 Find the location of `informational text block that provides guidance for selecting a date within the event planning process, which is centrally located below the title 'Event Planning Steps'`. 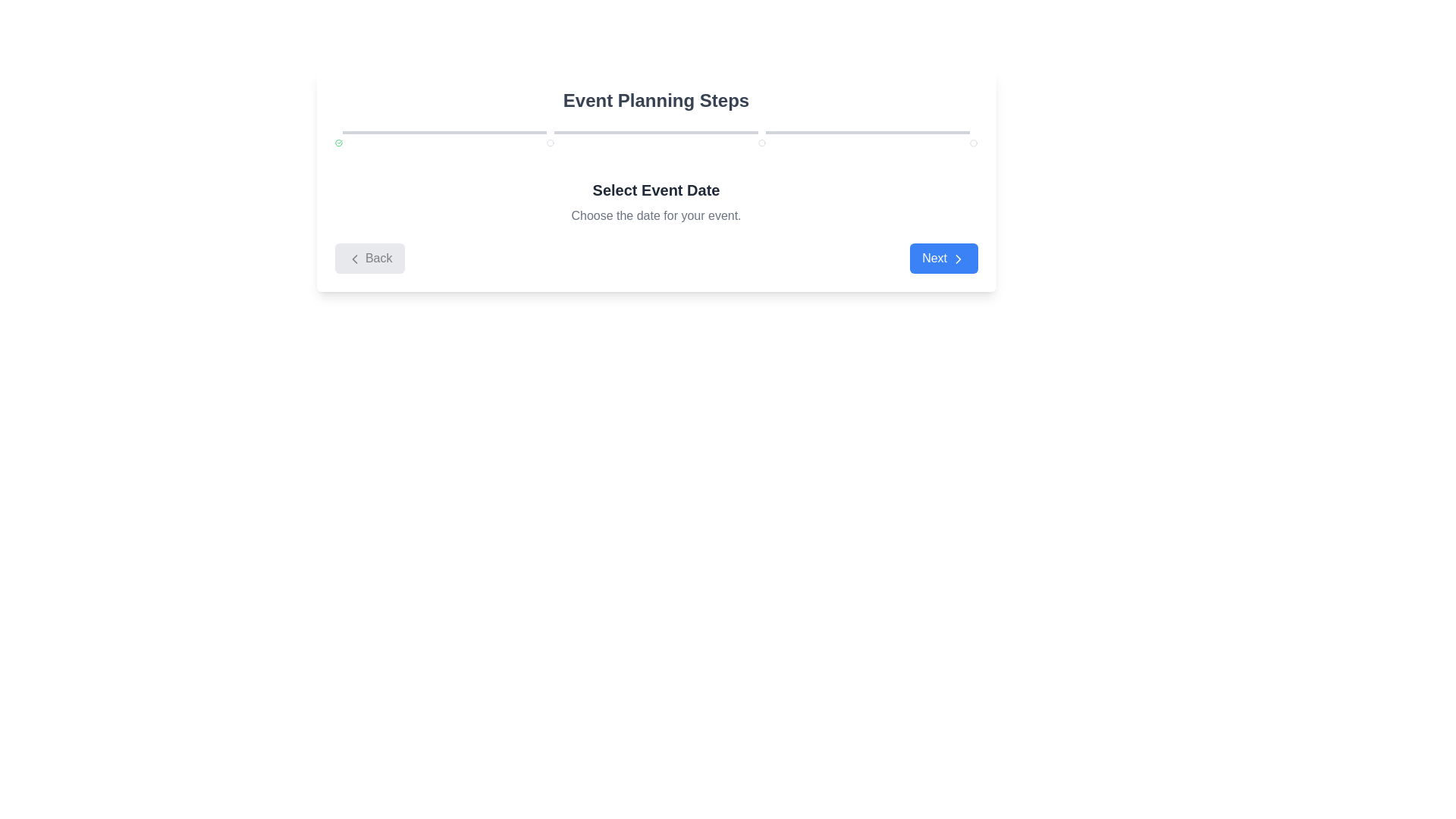

informational text block that provides guidance for selecting a date within the event planning process, which is centrally located below the title 'Event Planning Steps' is located at coordinates (656, 201).